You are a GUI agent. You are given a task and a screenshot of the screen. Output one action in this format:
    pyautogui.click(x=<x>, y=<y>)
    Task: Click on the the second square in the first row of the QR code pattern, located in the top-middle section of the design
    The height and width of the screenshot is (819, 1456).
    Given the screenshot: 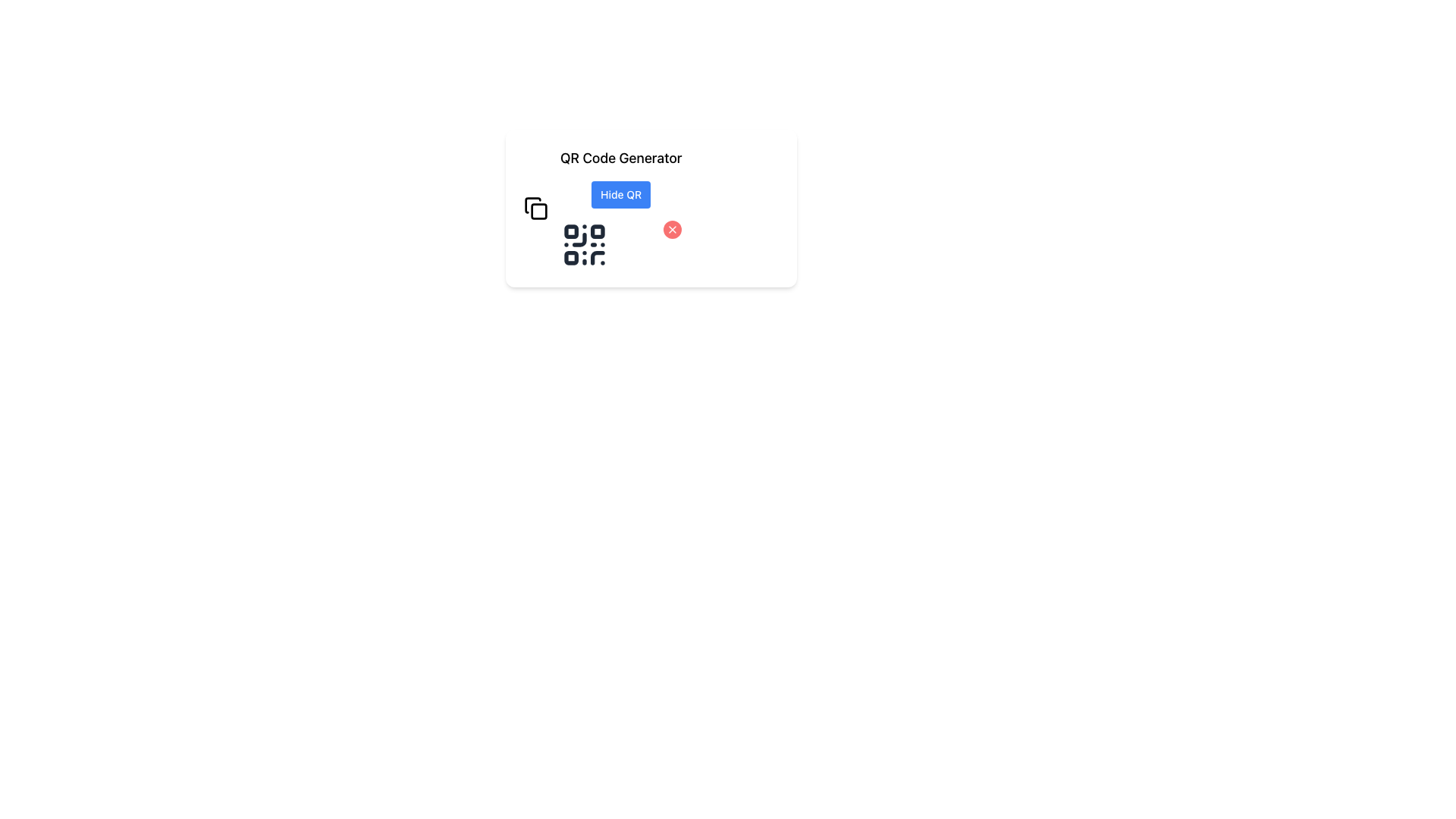 What is the action you would take?
    pyautogui.click(x=597, y=231)
    